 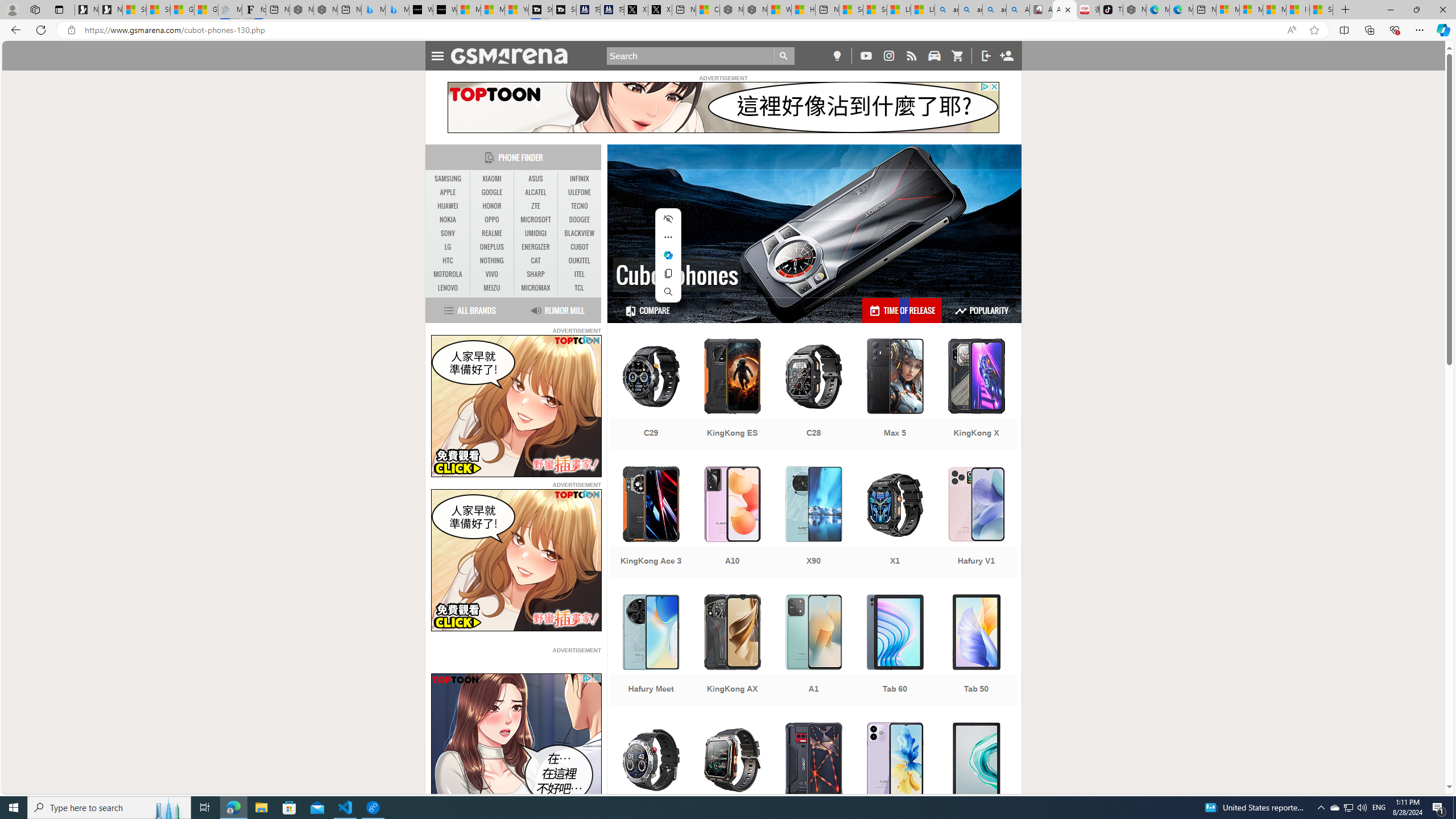 I want to click on 'amazon - Search', so click(x=970, y=9).